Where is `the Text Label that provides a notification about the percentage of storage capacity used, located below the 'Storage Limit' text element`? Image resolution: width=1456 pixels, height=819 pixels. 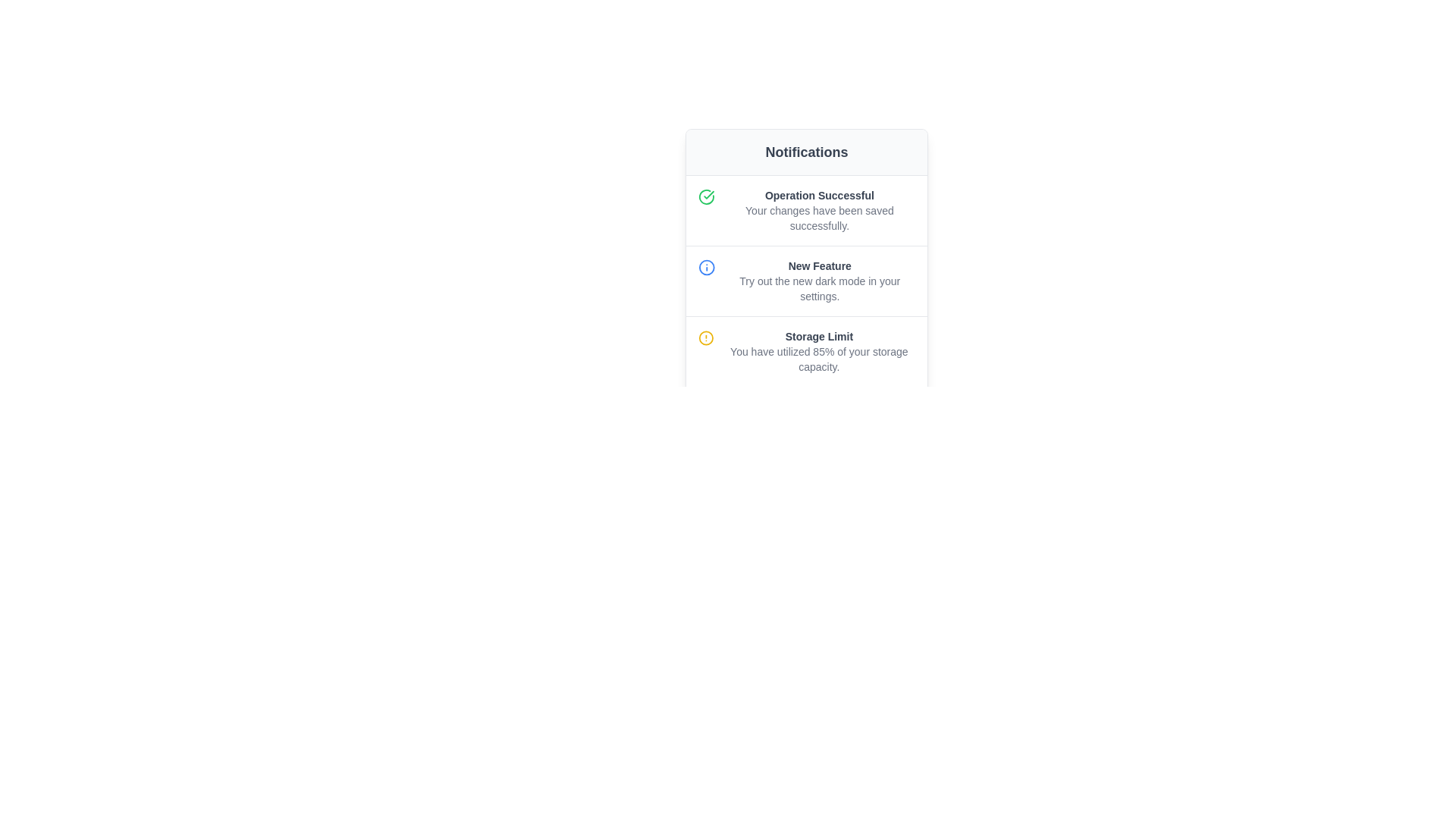 the Text Label that provides a notification about the percentage of storage capacity used, located below the 'Storage Limit' text element is located at coordinates (818, 359).